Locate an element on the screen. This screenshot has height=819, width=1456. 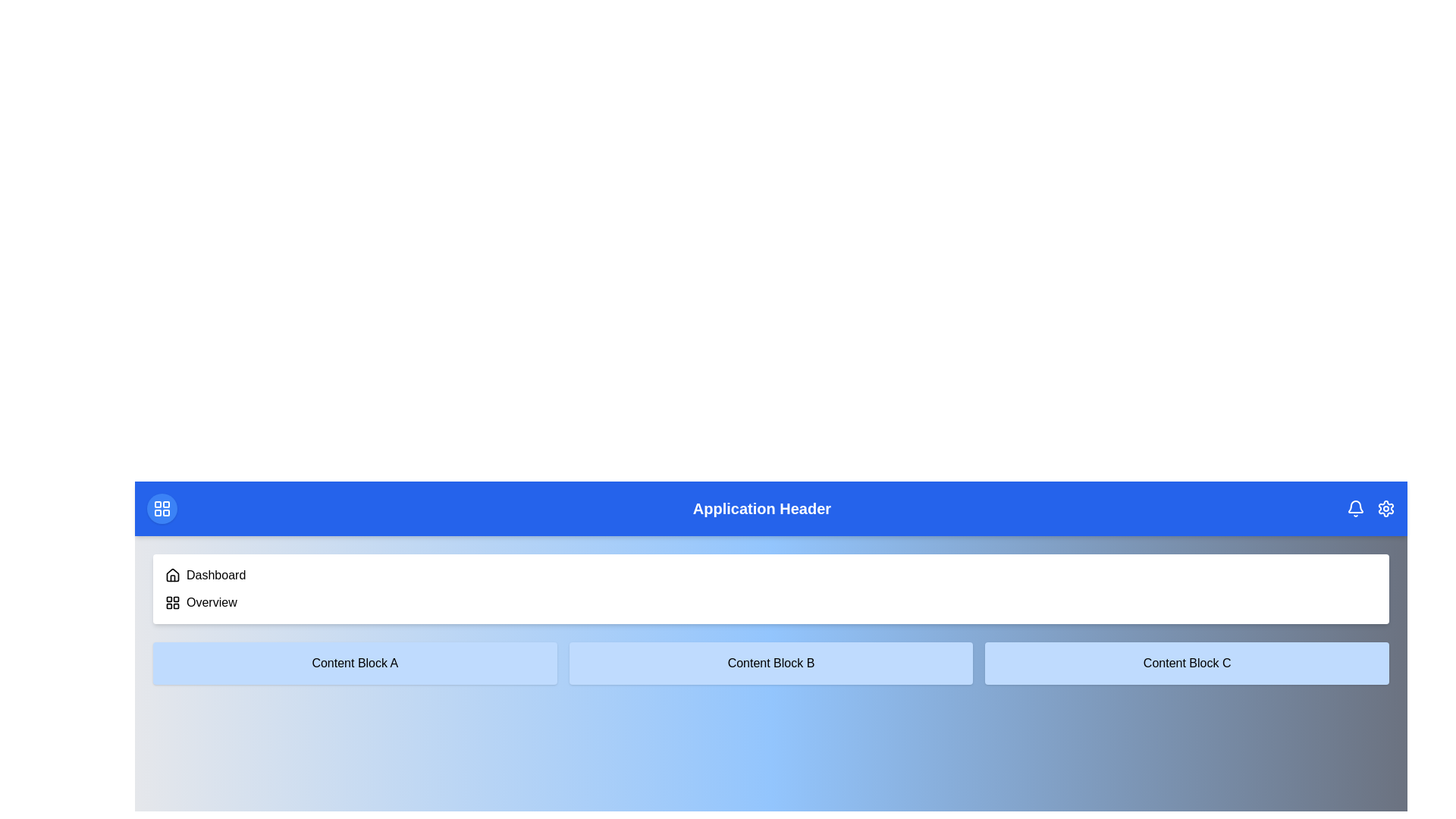
the 'Overview' navigation link is located at coordinates (210, 601).